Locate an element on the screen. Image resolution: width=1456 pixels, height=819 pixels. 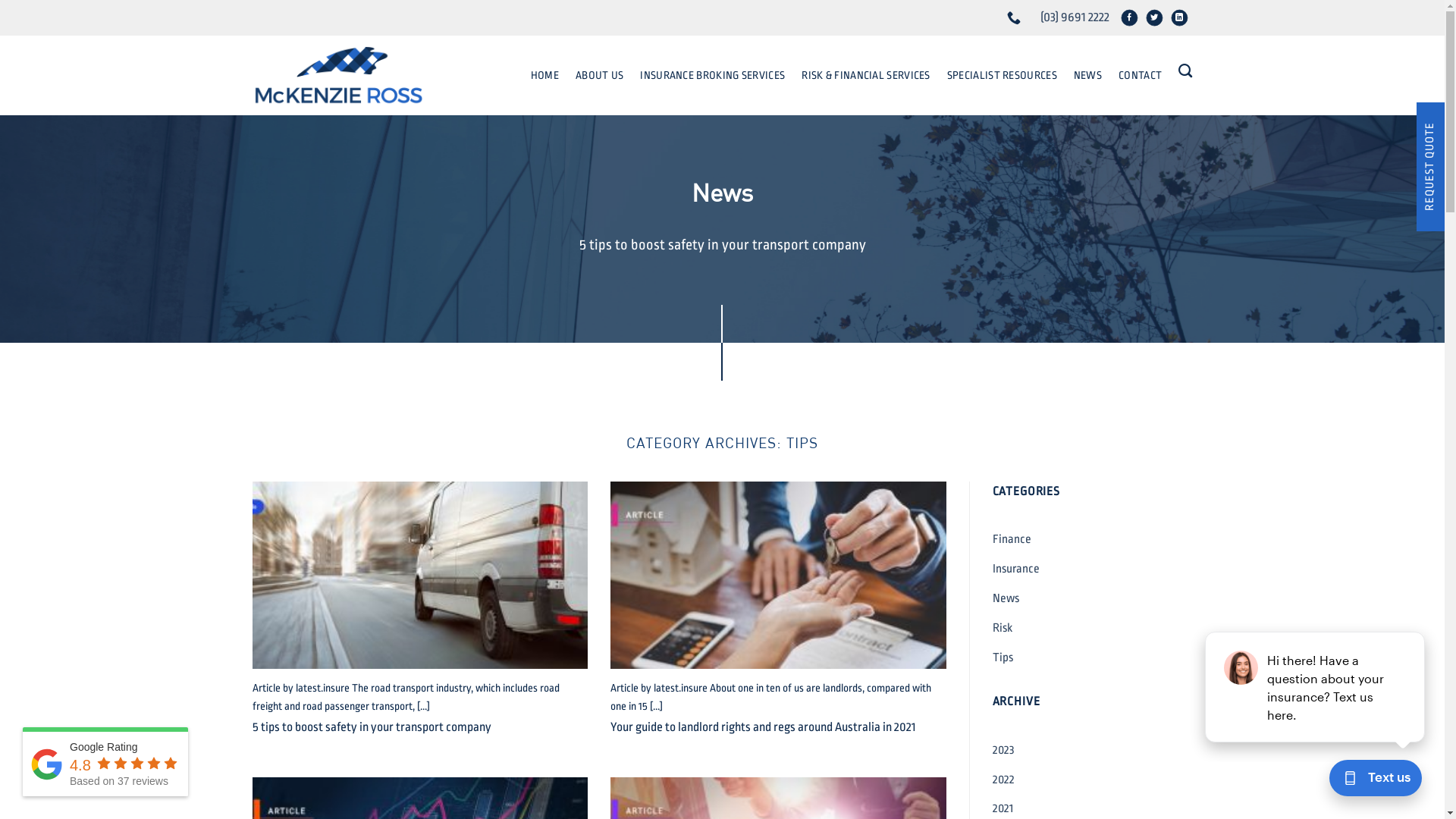
'5 tips to boost safety in your transport company' is located at coordinates (371, 726).